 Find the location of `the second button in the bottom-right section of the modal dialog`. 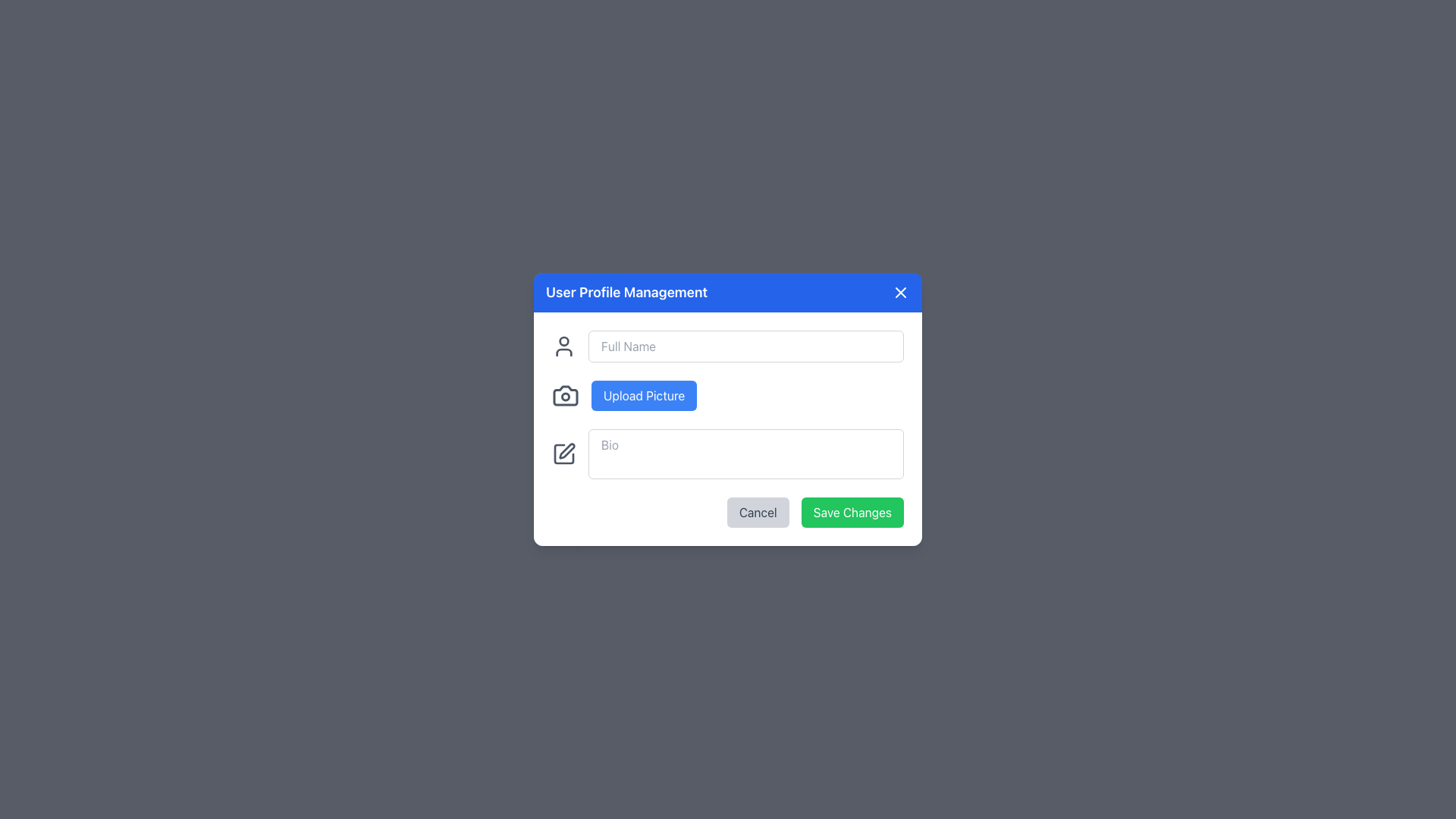

the second button in the bottom-right section of the modal dialog is located at coordinates (852, 512).